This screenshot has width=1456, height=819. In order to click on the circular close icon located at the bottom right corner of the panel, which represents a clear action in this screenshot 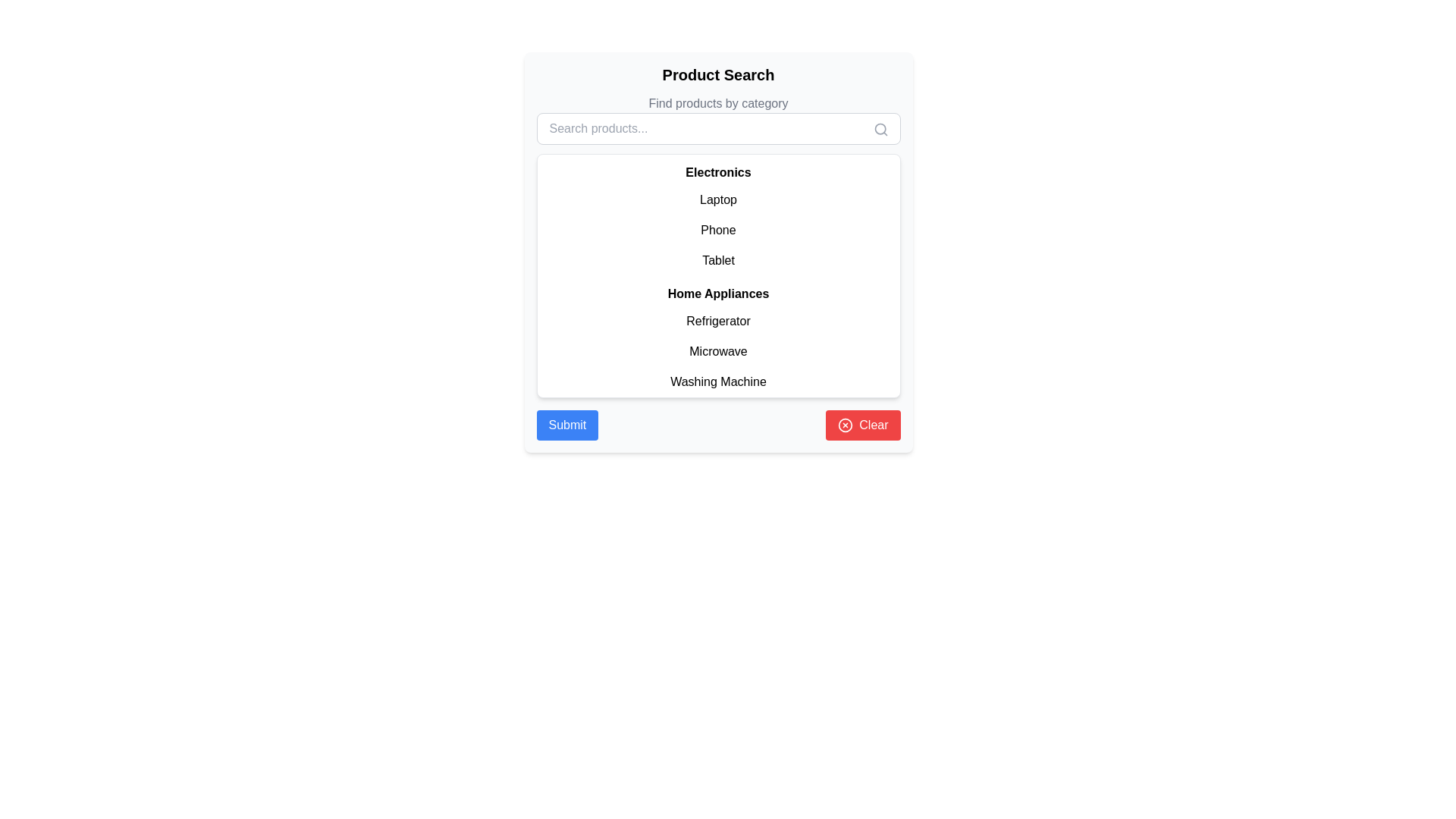, I will do `click(845, 425)`.